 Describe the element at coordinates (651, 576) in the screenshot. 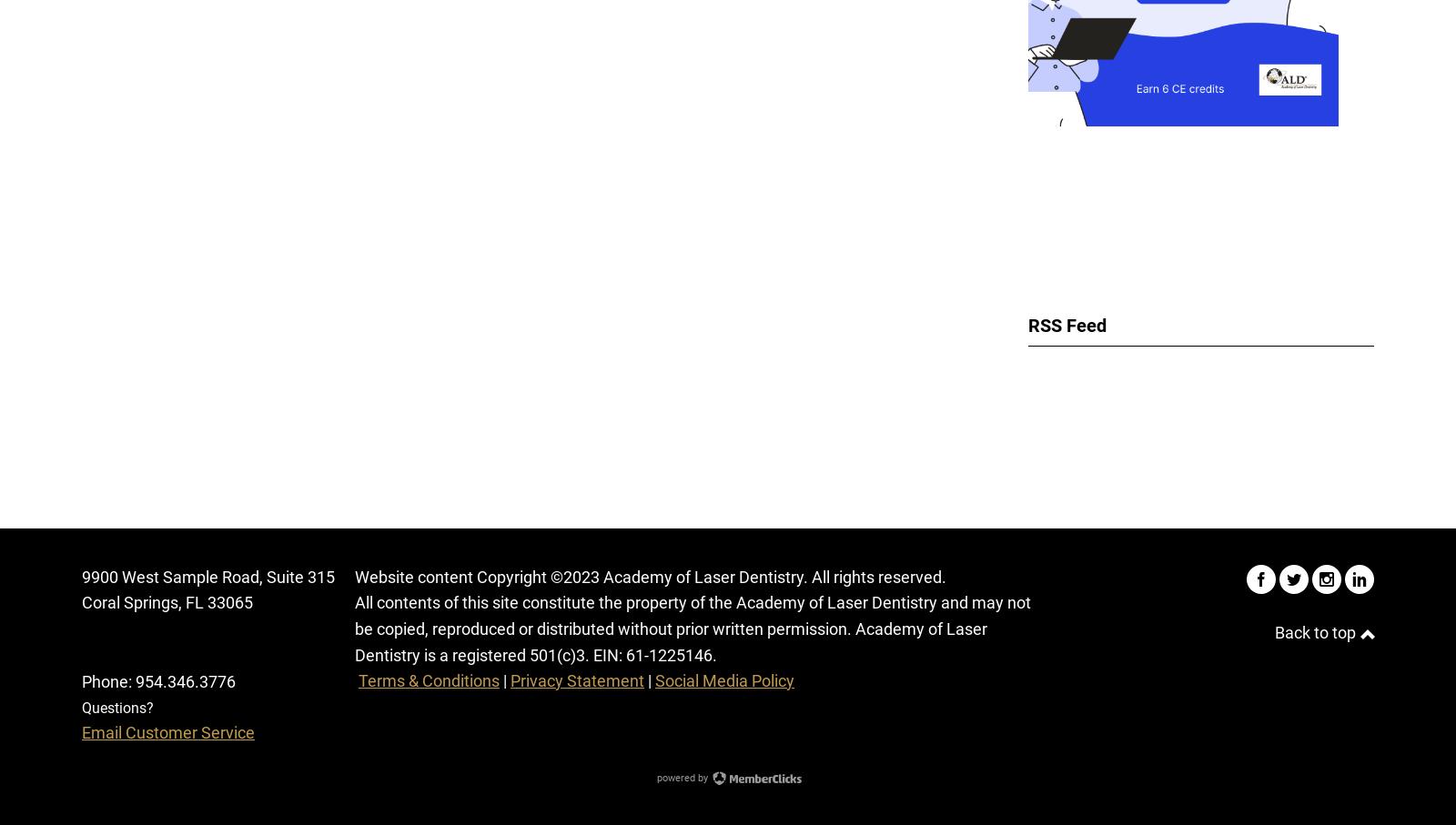

I see `'Website content Copyright ©2023 Academy of Laser Dentistry. All rights reserved.'` at that location.